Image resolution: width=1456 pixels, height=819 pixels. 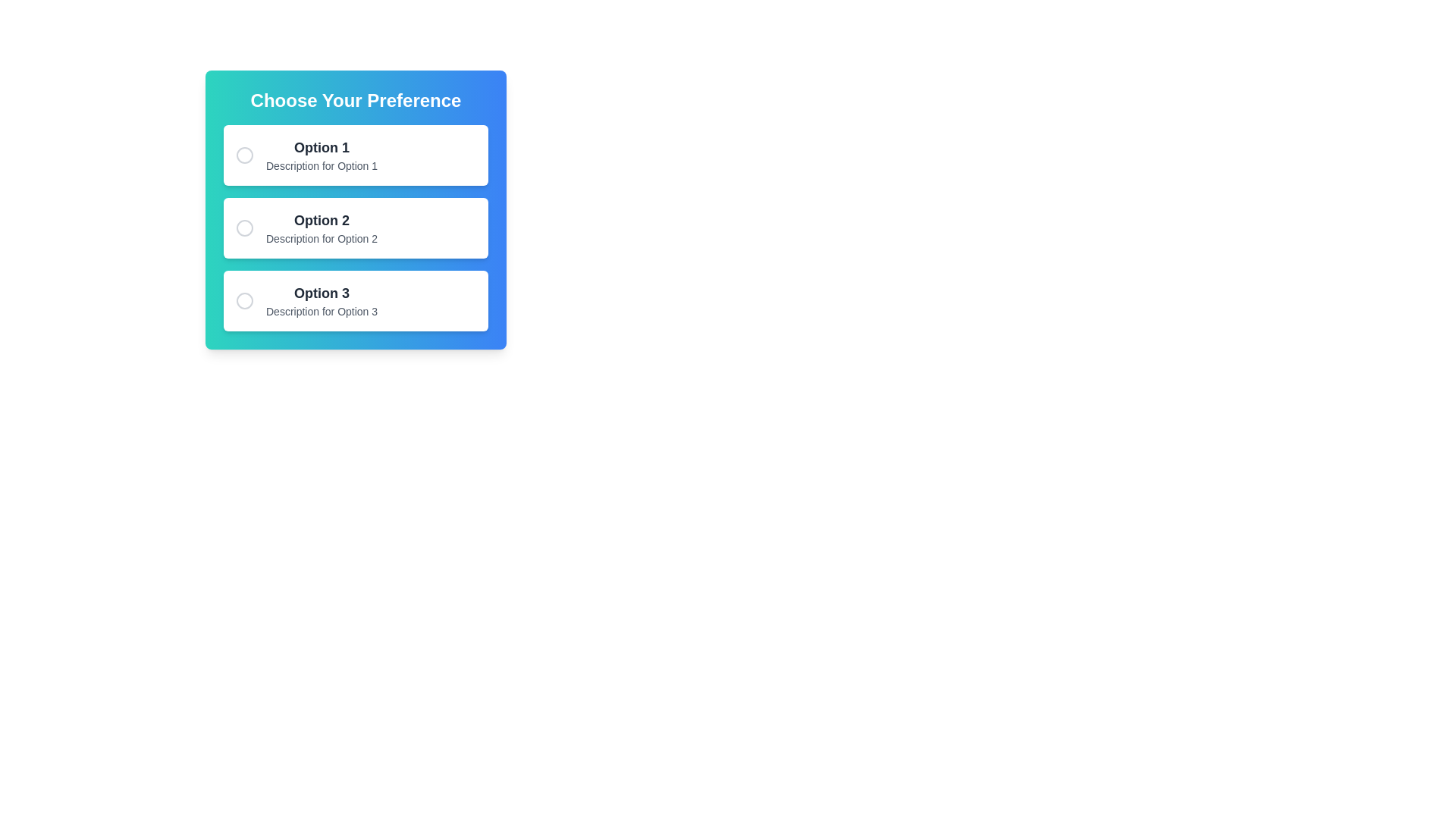 I want to click on the third radio button in the vertical list, which represents the unselected state for 'Option 3', so click(x=244, y=301).